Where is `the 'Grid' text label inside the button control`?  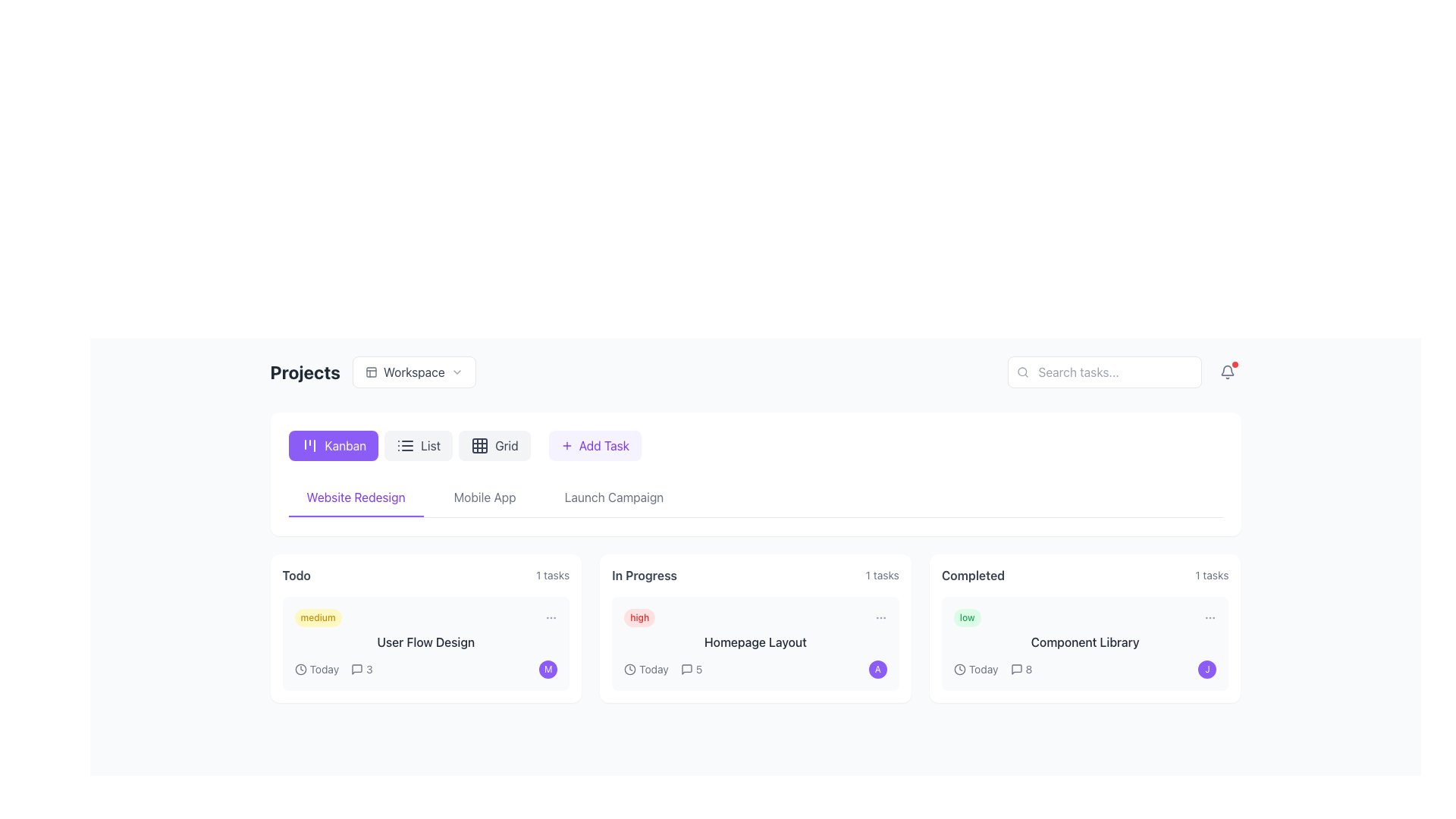
the 'Grid' text label inside the button control is located at coordinates (506, 444).